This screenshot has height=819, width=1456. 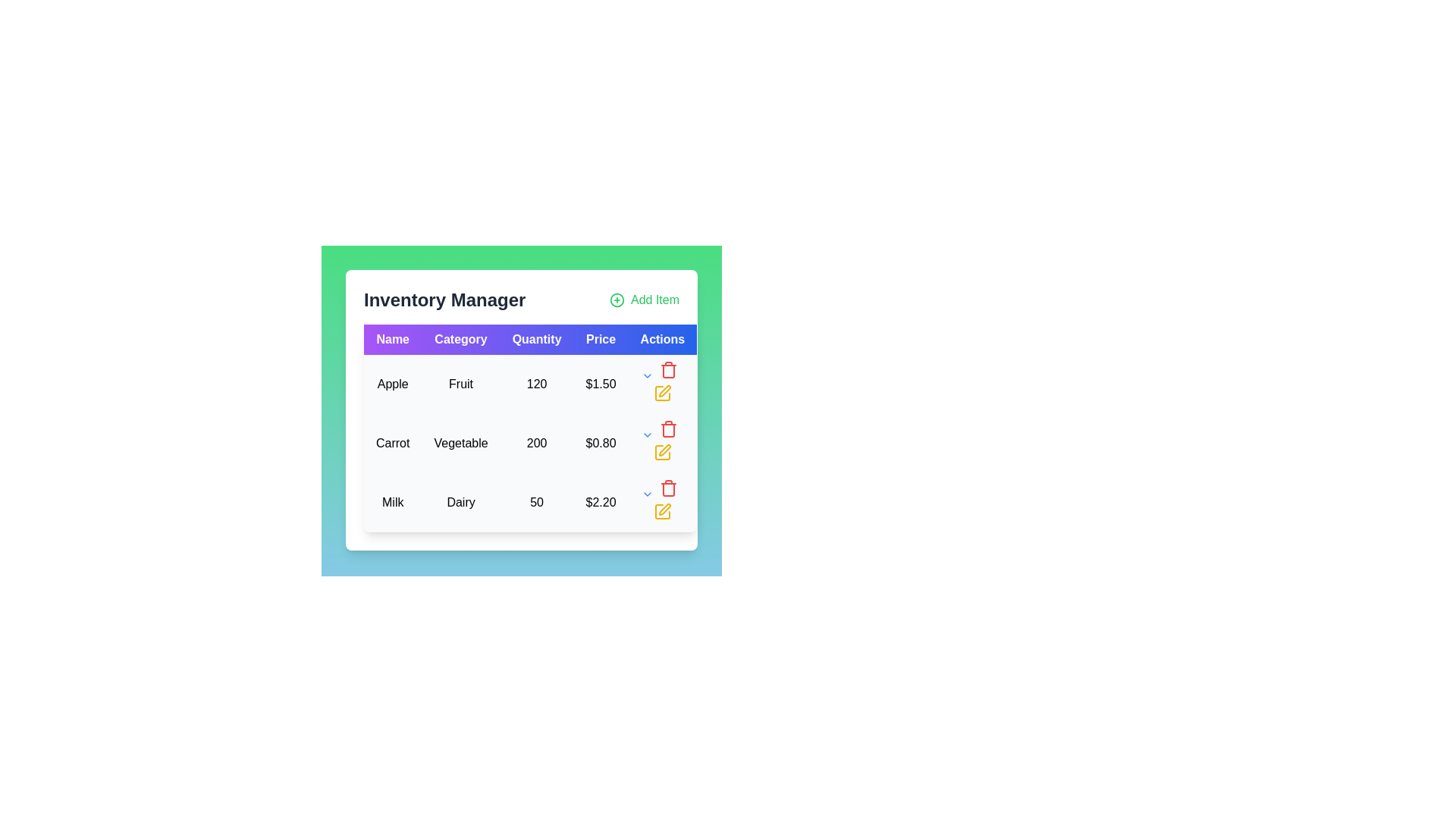 I want to click on the Text label indicating the category of the item 'Milk' in the second row of the table under the 'Category' column, so click(x=460, y=503).